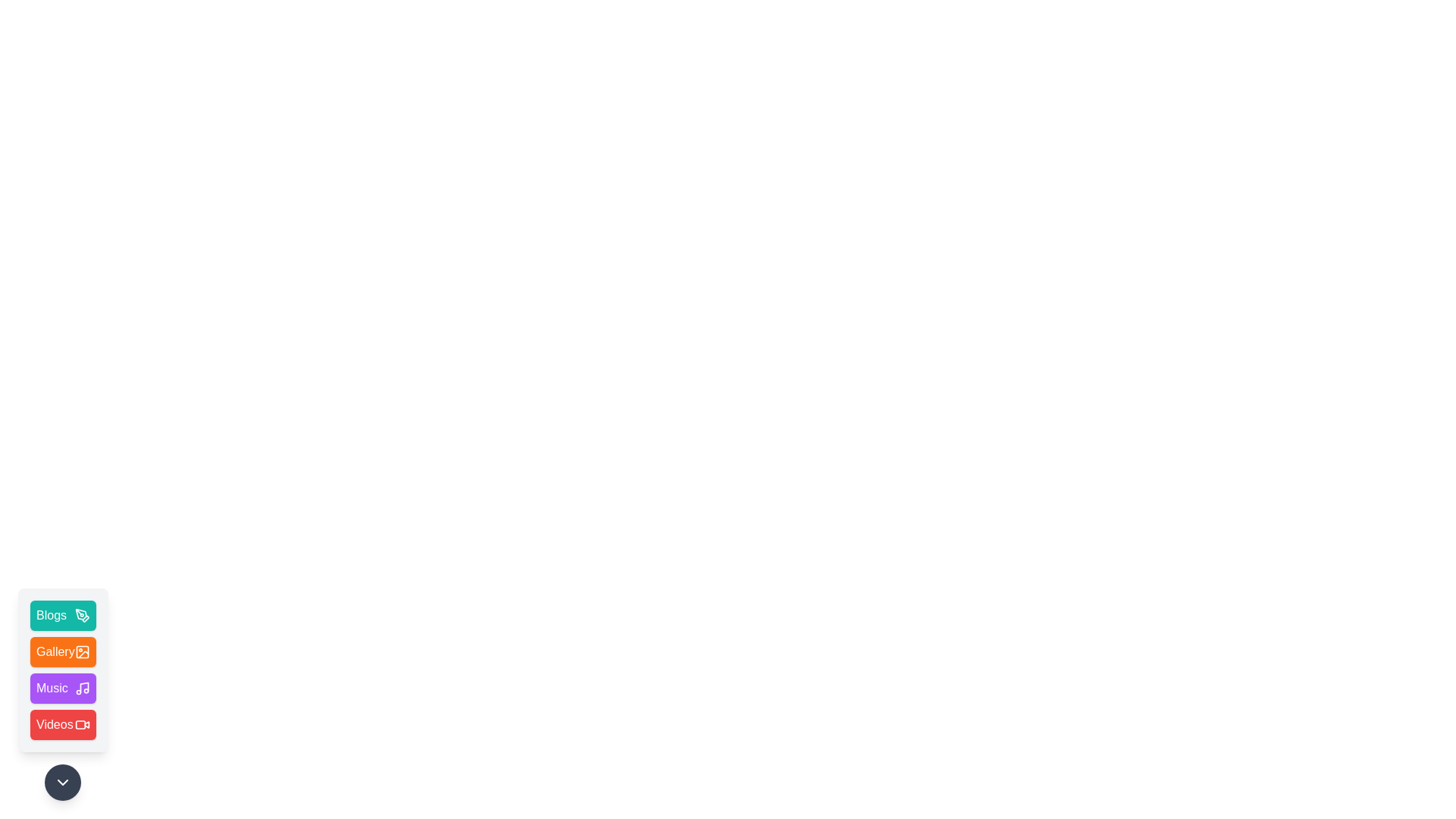 Image resolution: width=1456 pixels, height=819 pixels. Describe the element at coordinates (62, 724) in the screenshot. I see `the Videos menu item to interact with it` at that location.